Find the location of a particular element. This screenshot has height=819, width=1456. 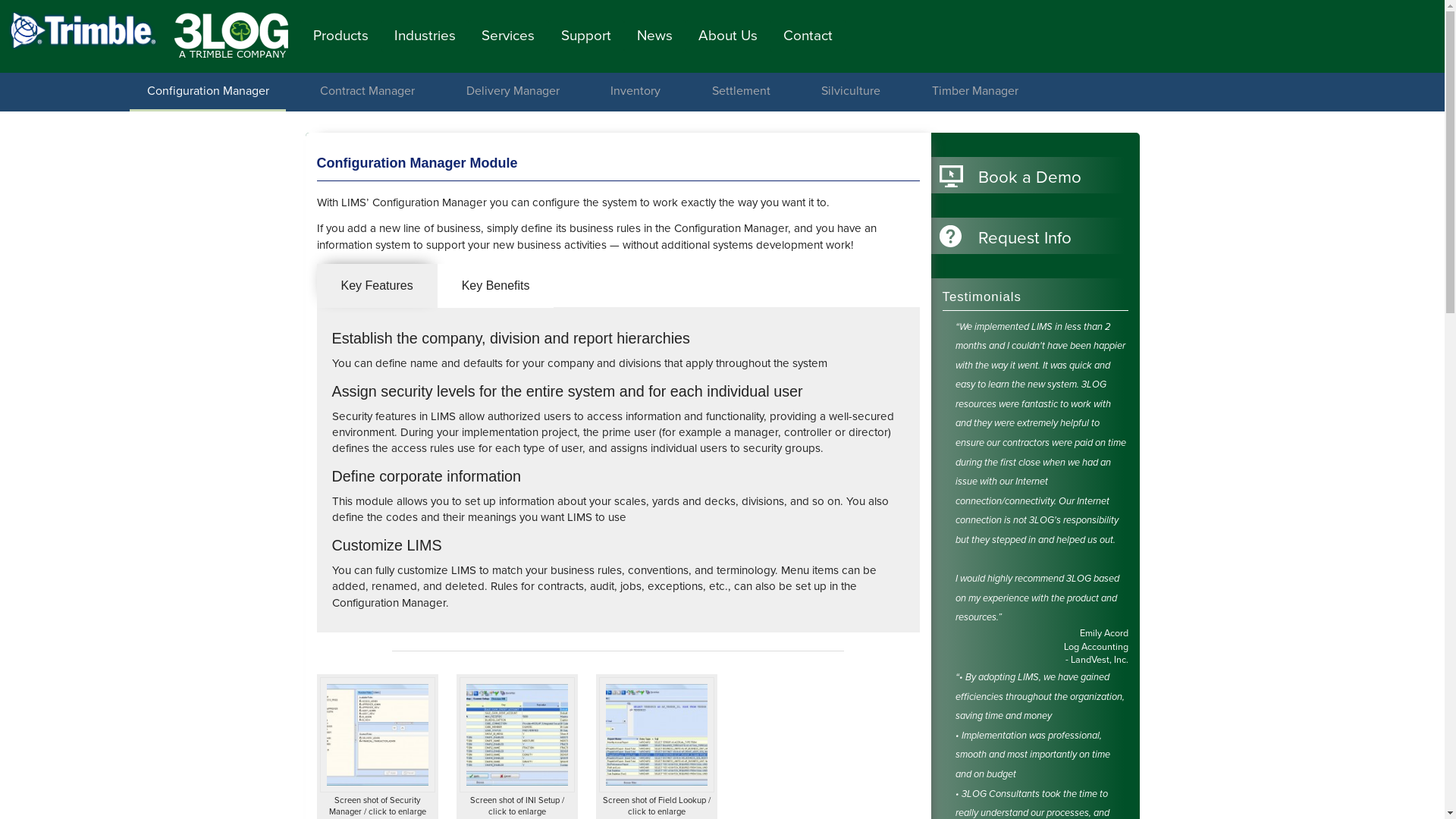

'Support' is located at coordinates (585, 35).